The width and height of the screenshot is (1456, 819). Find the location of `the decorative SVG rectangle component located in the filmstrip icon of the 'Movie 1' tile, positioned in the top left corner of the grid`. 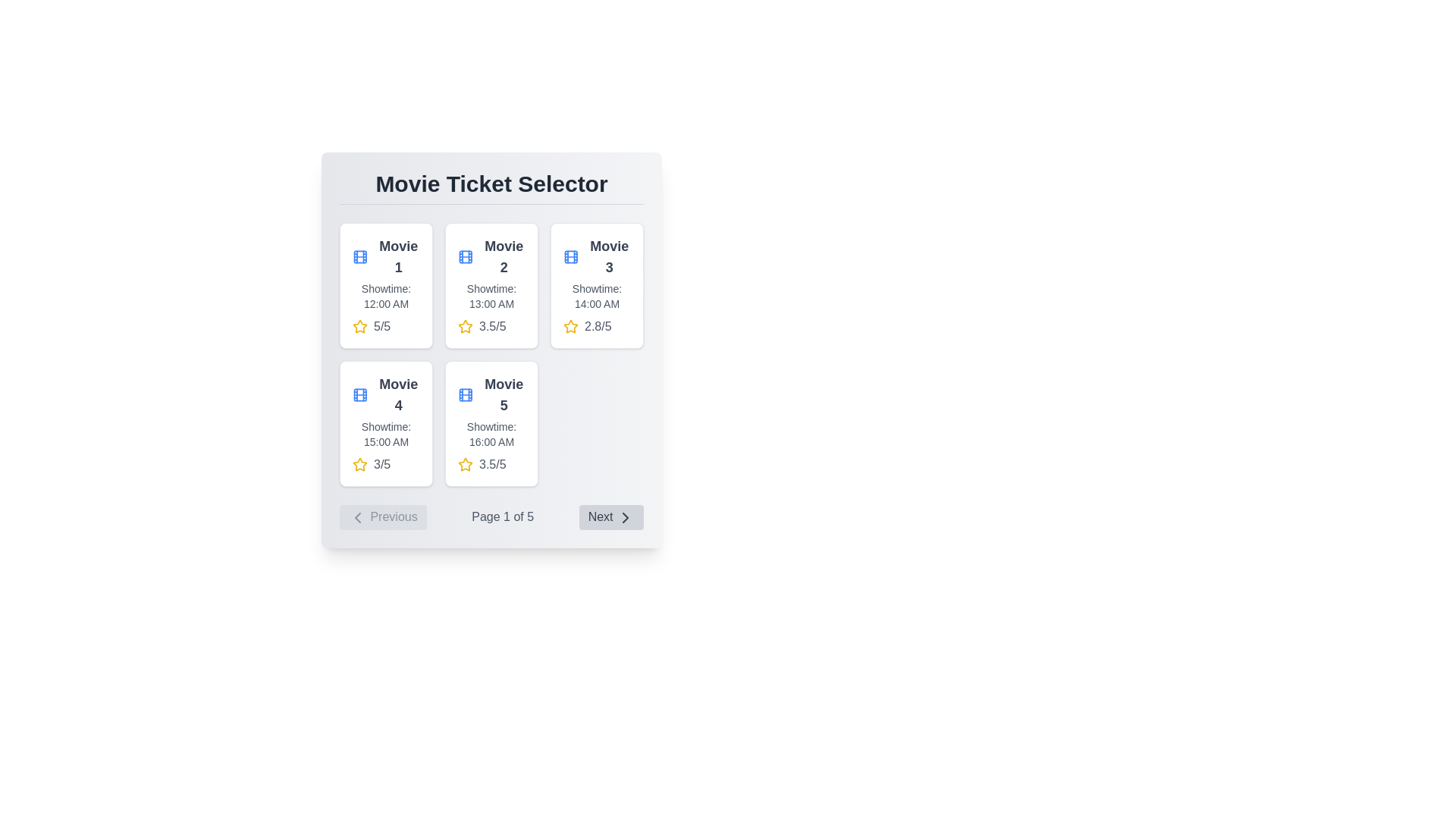

the decorative SVG rectangle component located in the filmstrip icon of the 'Movie 1' tile, positioned in the top left corner of the grid is located at coordinates (465, 394).